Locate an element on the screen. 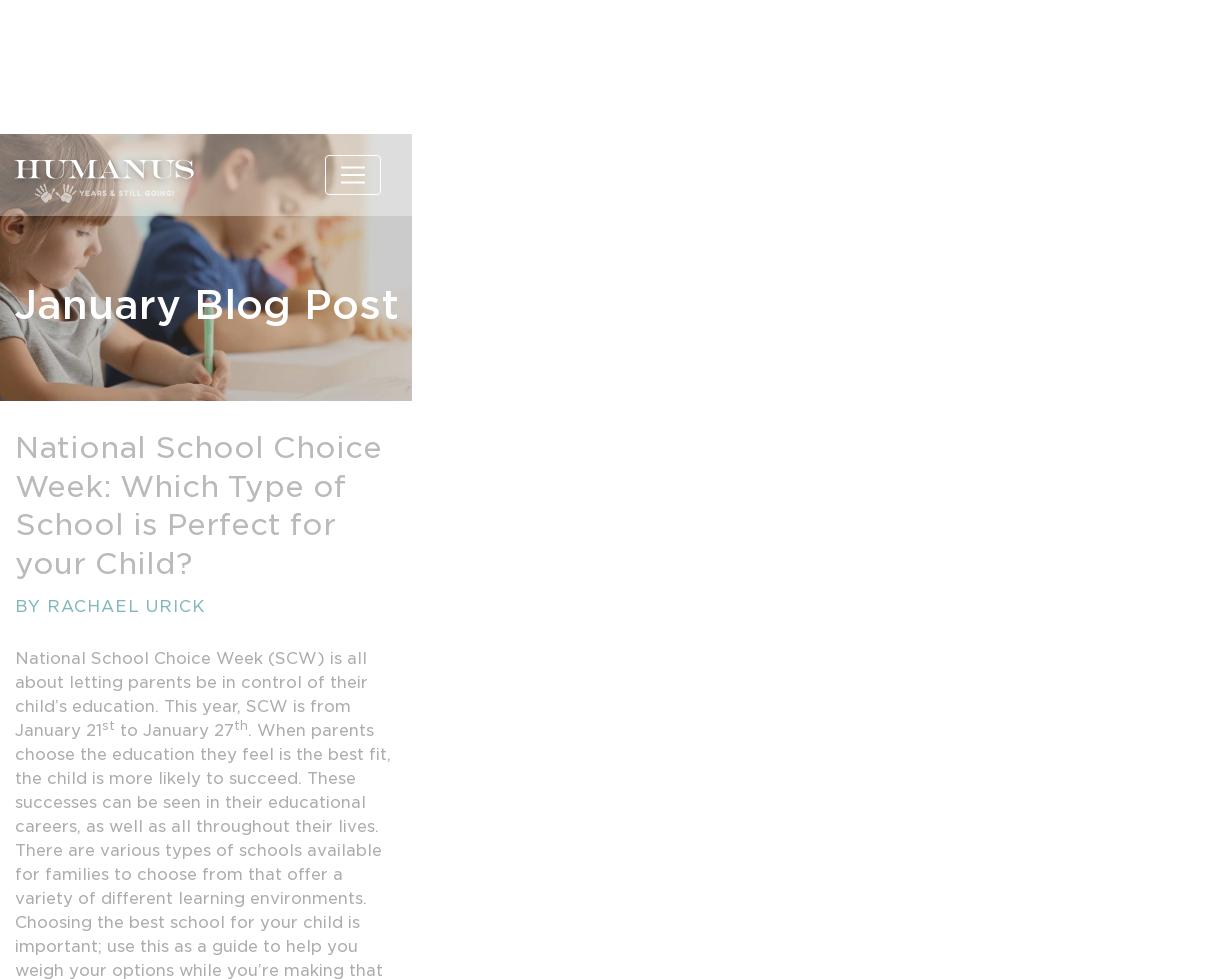 This screenshot has width=1226, height=979. 'If you’ve been curious about the different kinds of schools available to you, hopefully, this material can help lead you in the right direction. Choosing the school that best fits your child’s learning needs and also works best for your family is an important decision with significant effects, so it’s important for you to weigh all your options and do plenty of research.' is located at coordinates (198, 495).